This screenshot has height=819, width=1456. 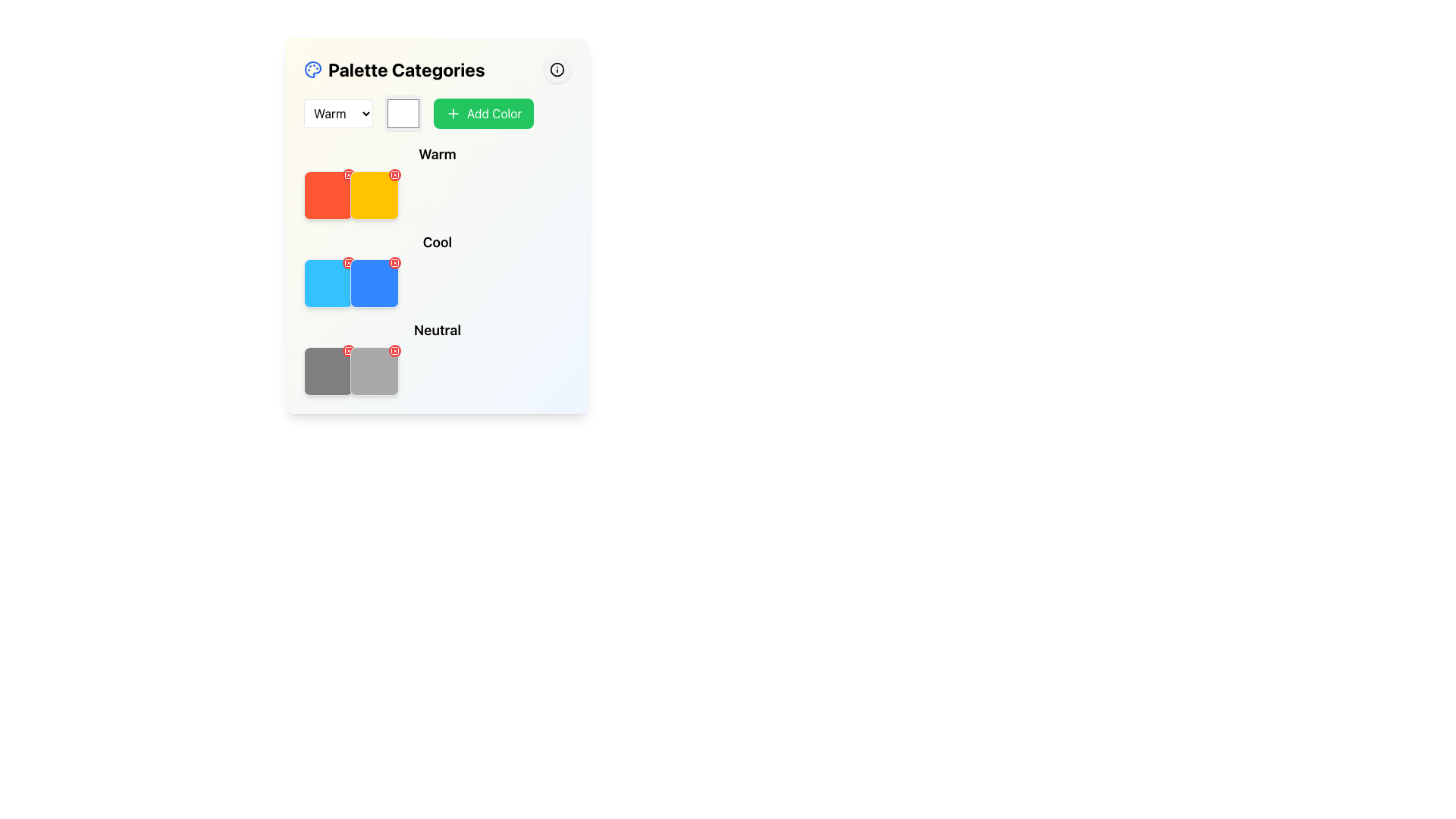 I want to click on the rounded square icon in the top right corner of the second color tile in the 'Cool' category, so click(x=395, y=262).